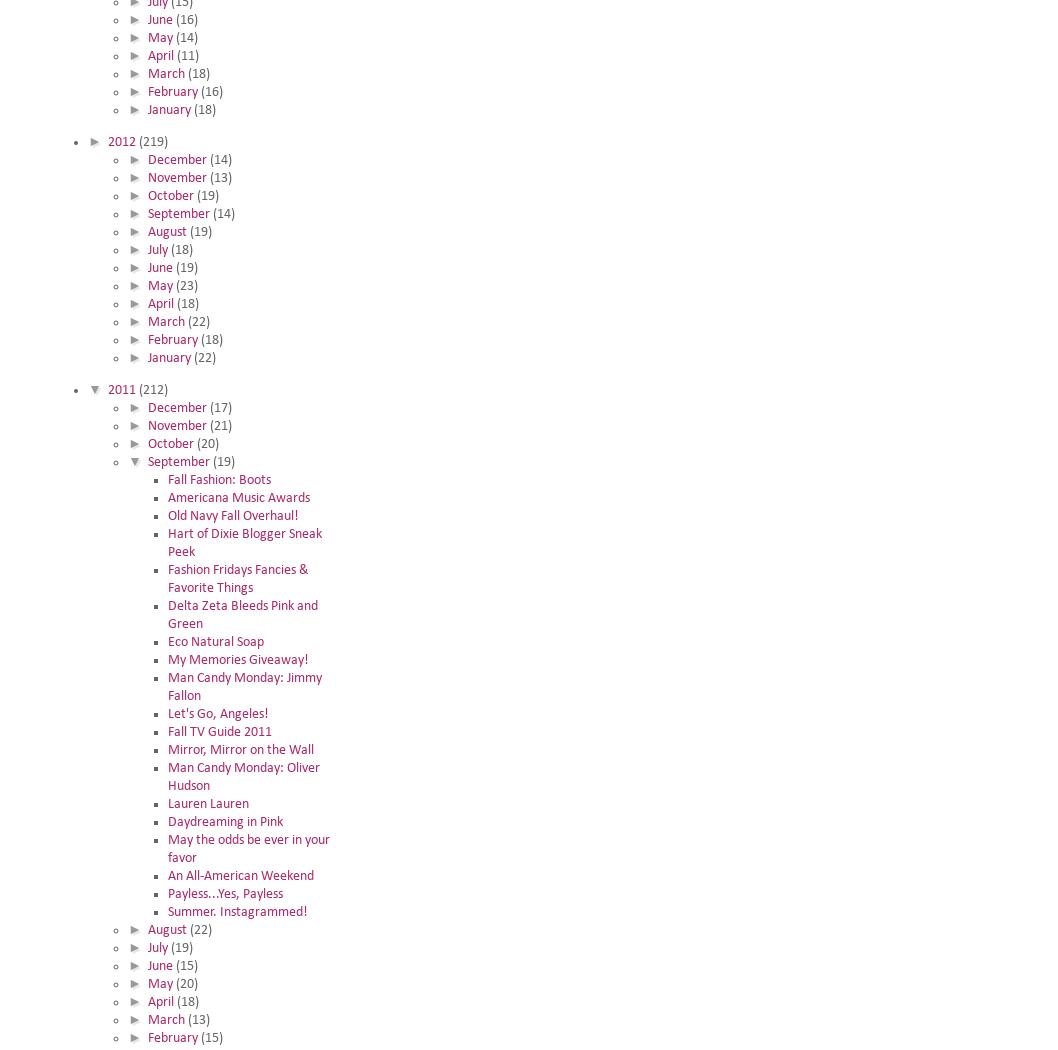  What do you see at coordinates (219, 408) in the screenshot?
I see `'(17)'` at bounding box center [219, 408].